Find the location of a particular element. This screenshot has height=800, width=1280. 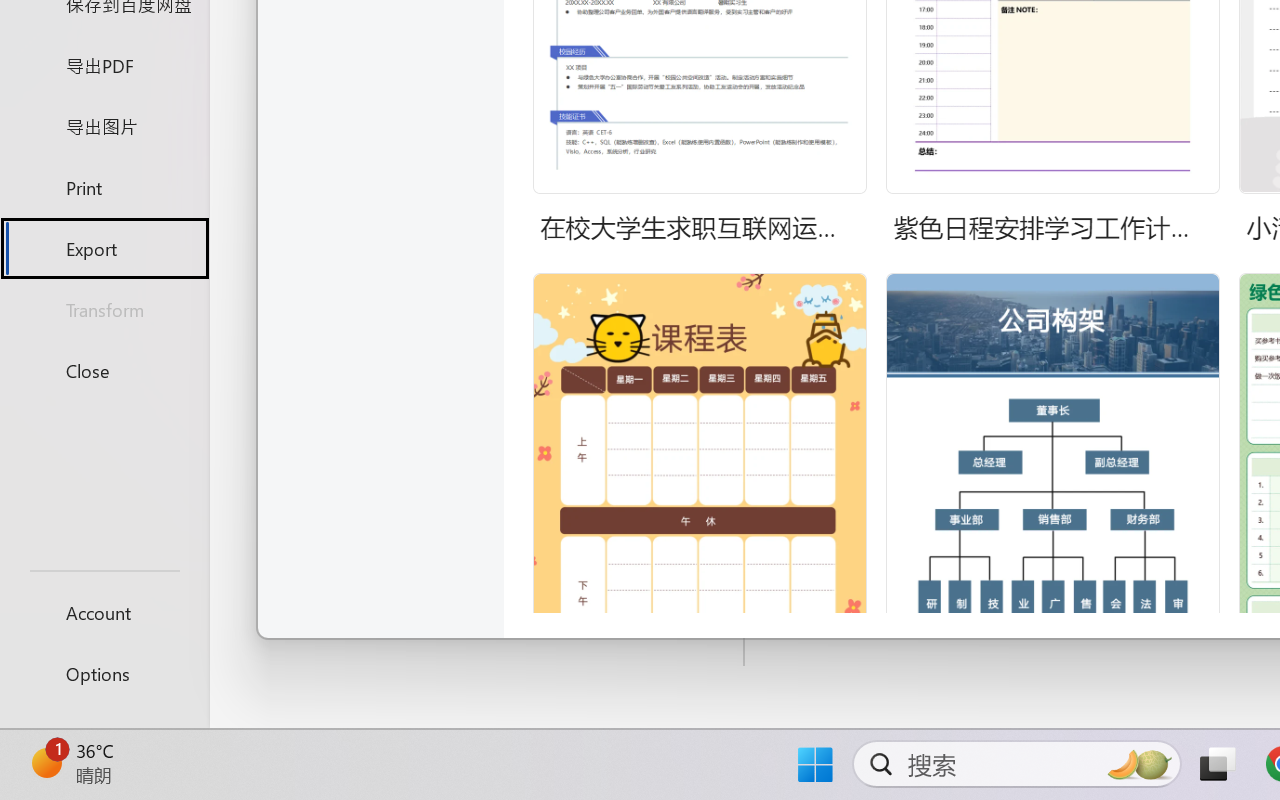

'Account' is located at coordinates (103, 612).